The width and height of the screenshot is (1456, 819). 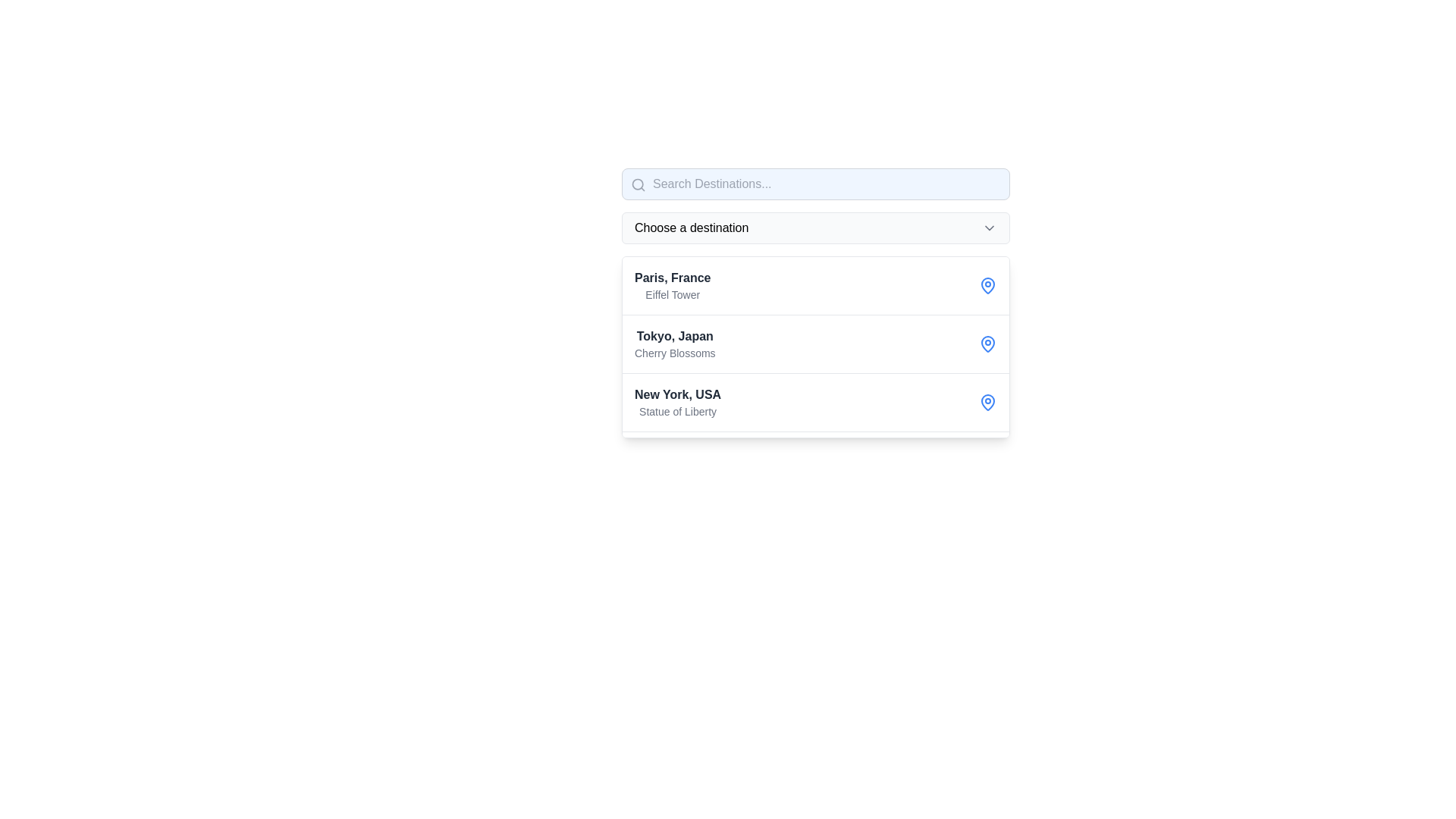 I want to click on the first selectable item in the dropdown menu labeled 'Paris, France' with the subtitle 'Eiffel Tower', so click(x=814, y=303).